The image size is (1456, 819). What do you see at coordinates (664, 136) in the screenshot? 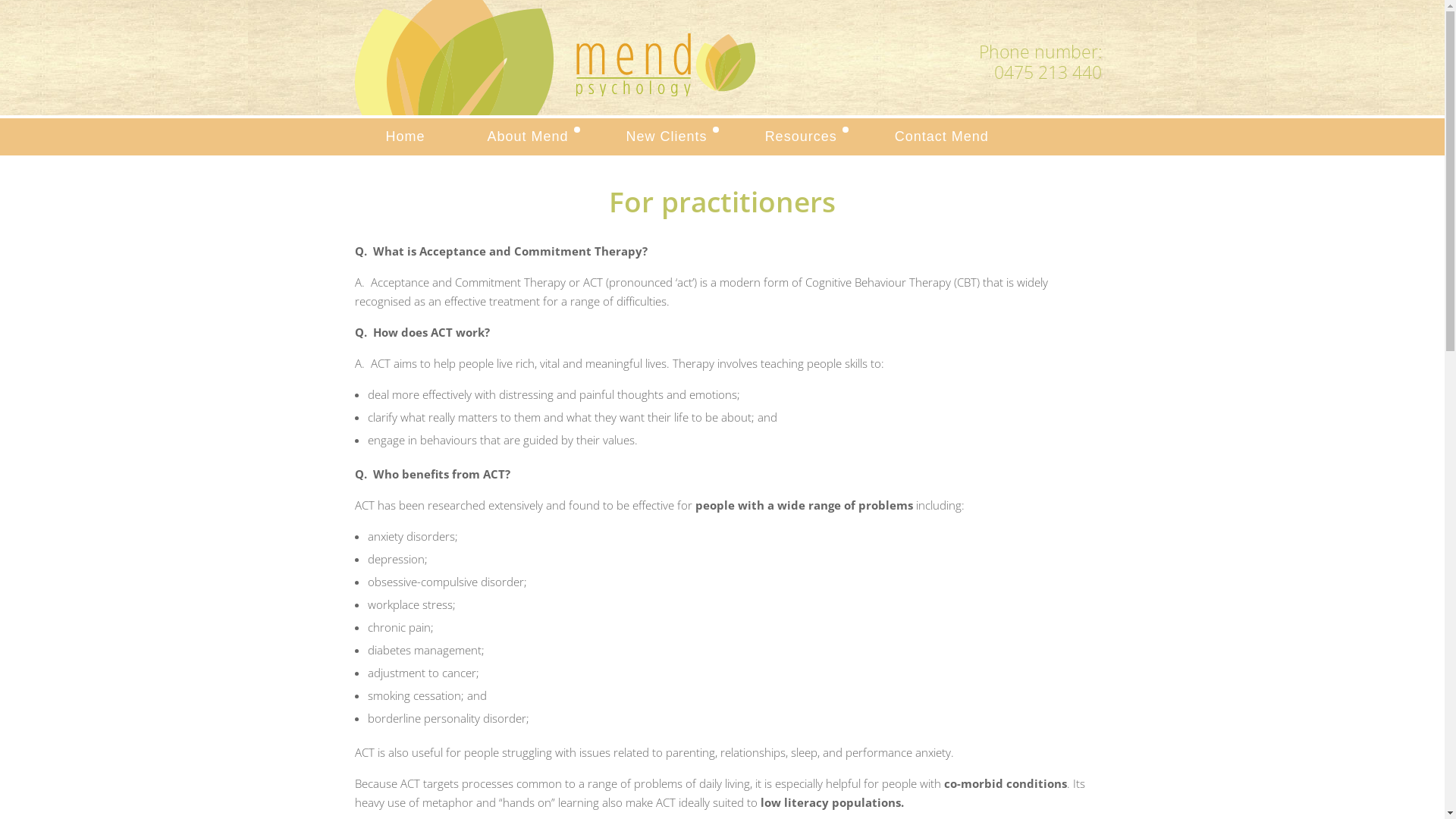
I see `'New Clients'` at bounding box center [664, 136].